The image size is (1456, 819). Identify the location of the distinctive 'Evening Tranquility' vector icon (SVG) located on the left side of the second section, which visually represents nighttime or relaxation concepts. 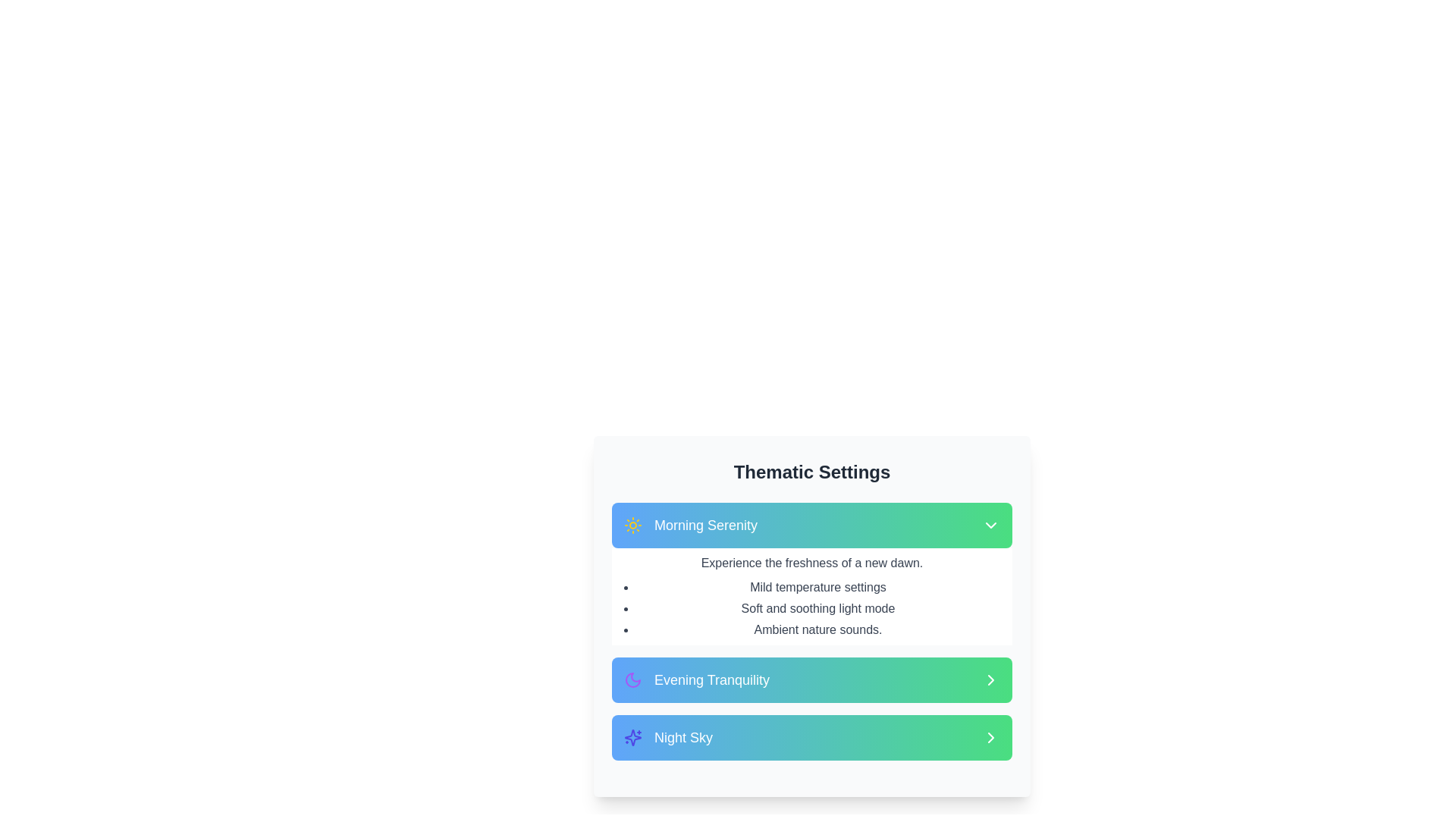
(633, 679).